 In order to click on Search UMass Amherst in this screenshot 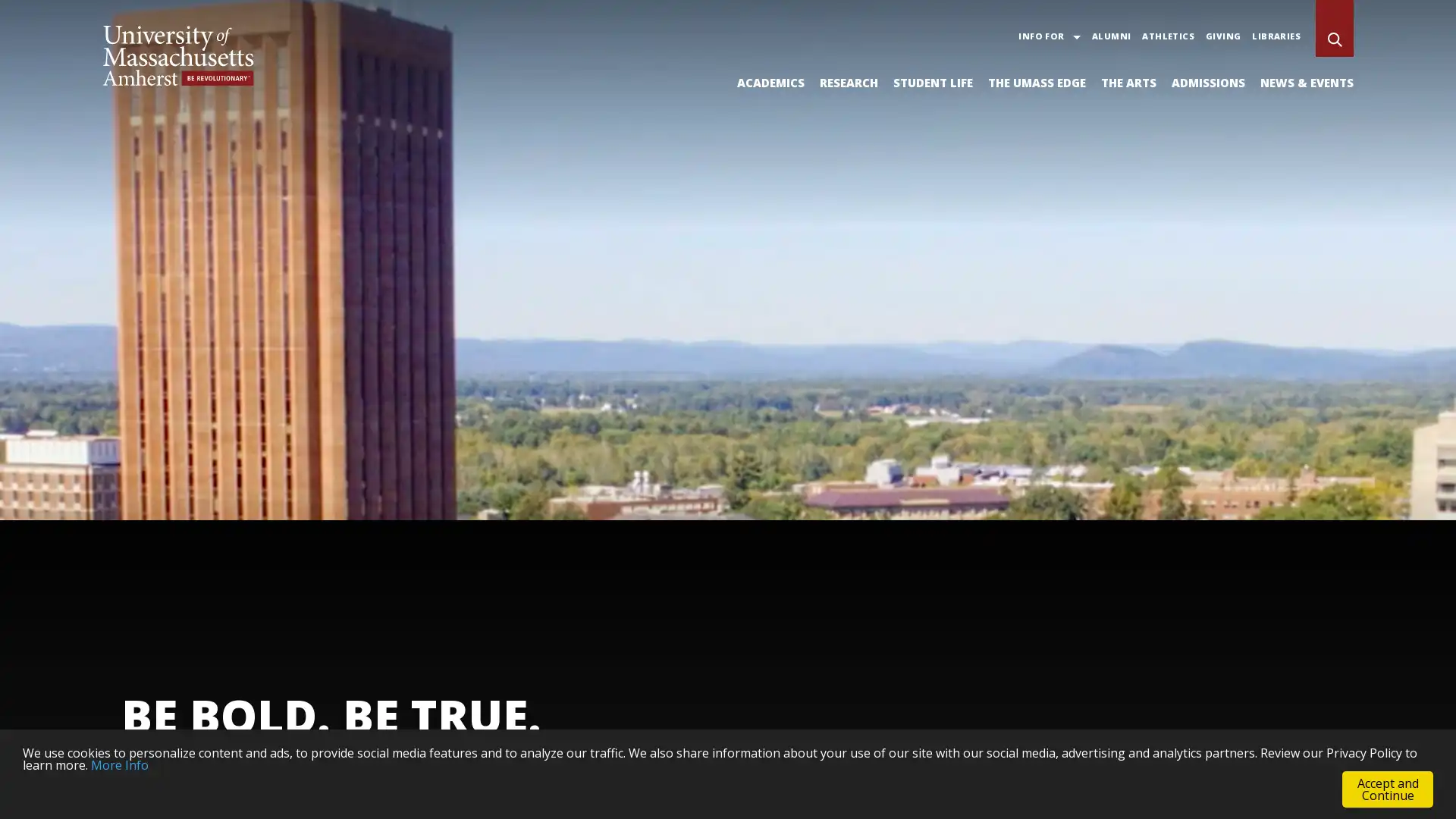, I will do `click(1335, 40)`.